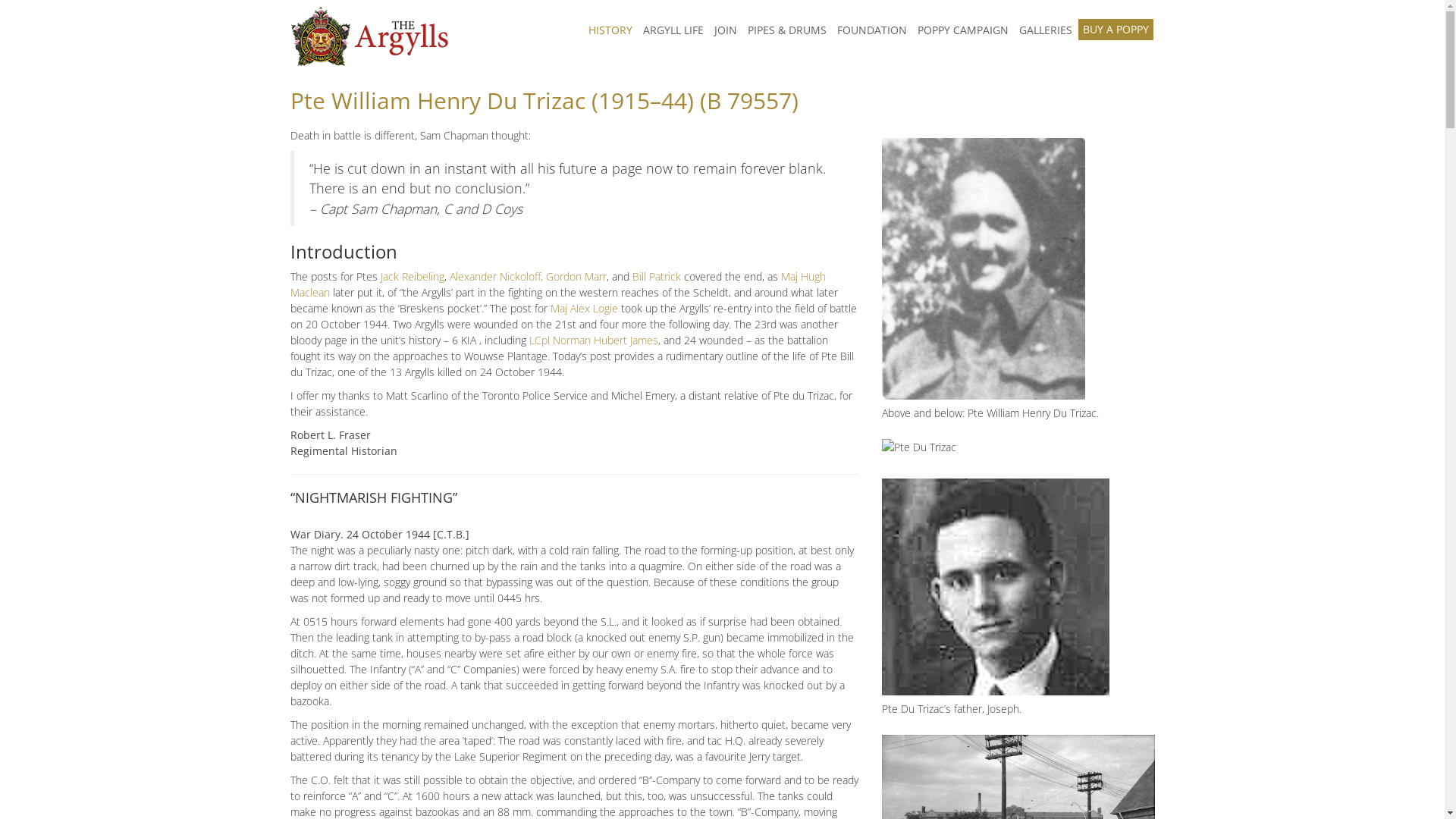 The width and height of the screenshot is (1456, 819). I want to click on 'BUY A POPPY', so click(1116, 30).